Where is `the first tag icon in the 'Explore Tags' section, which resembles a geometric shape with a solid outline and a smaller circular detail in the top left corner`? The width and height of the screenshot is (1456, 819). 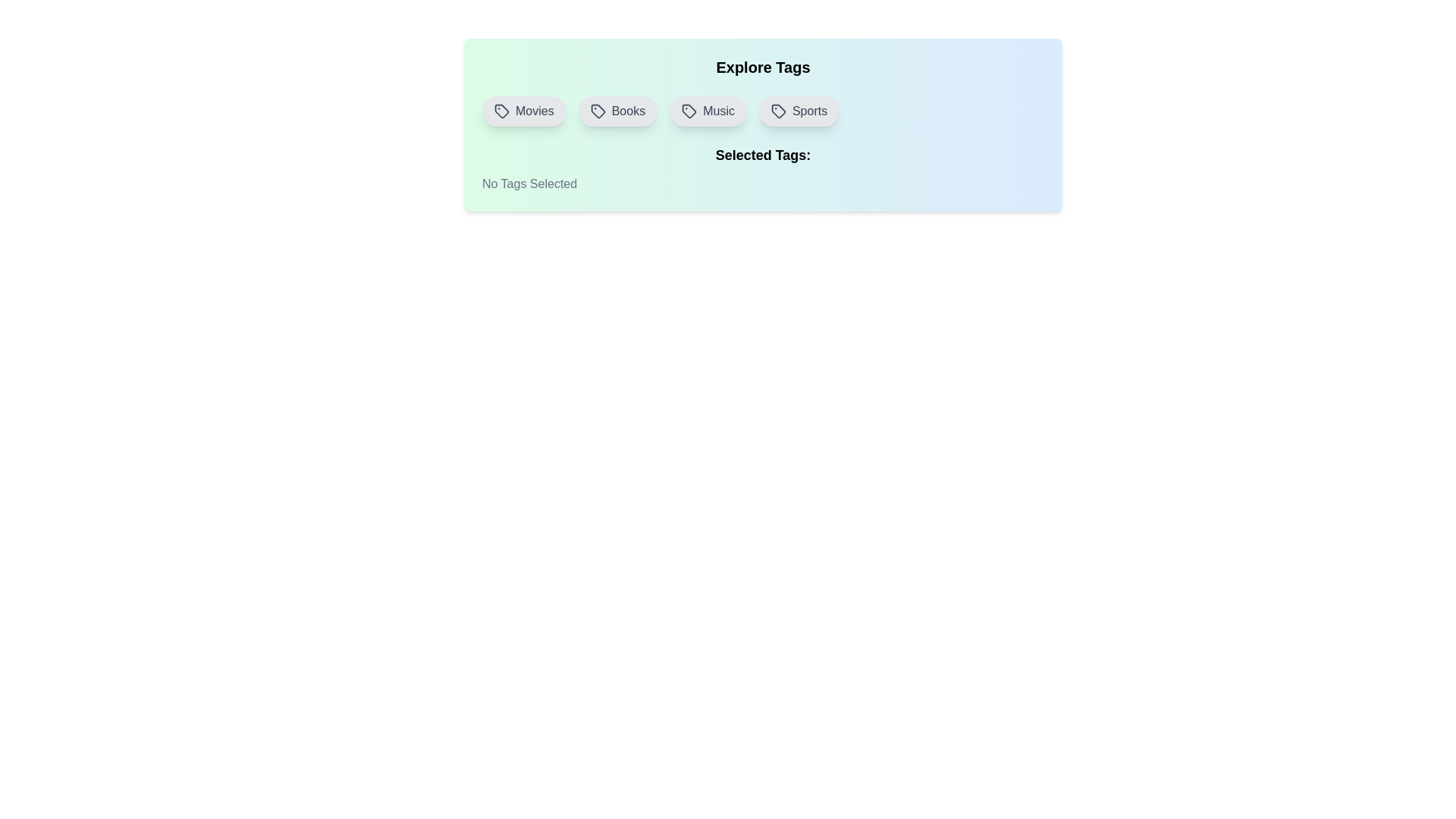 the first tag icon in the 'Explore Tags' section, which resembles a geometric shape with a solid outline and a smaller circular detail in the top left corner is located at coordinates (502, 110).